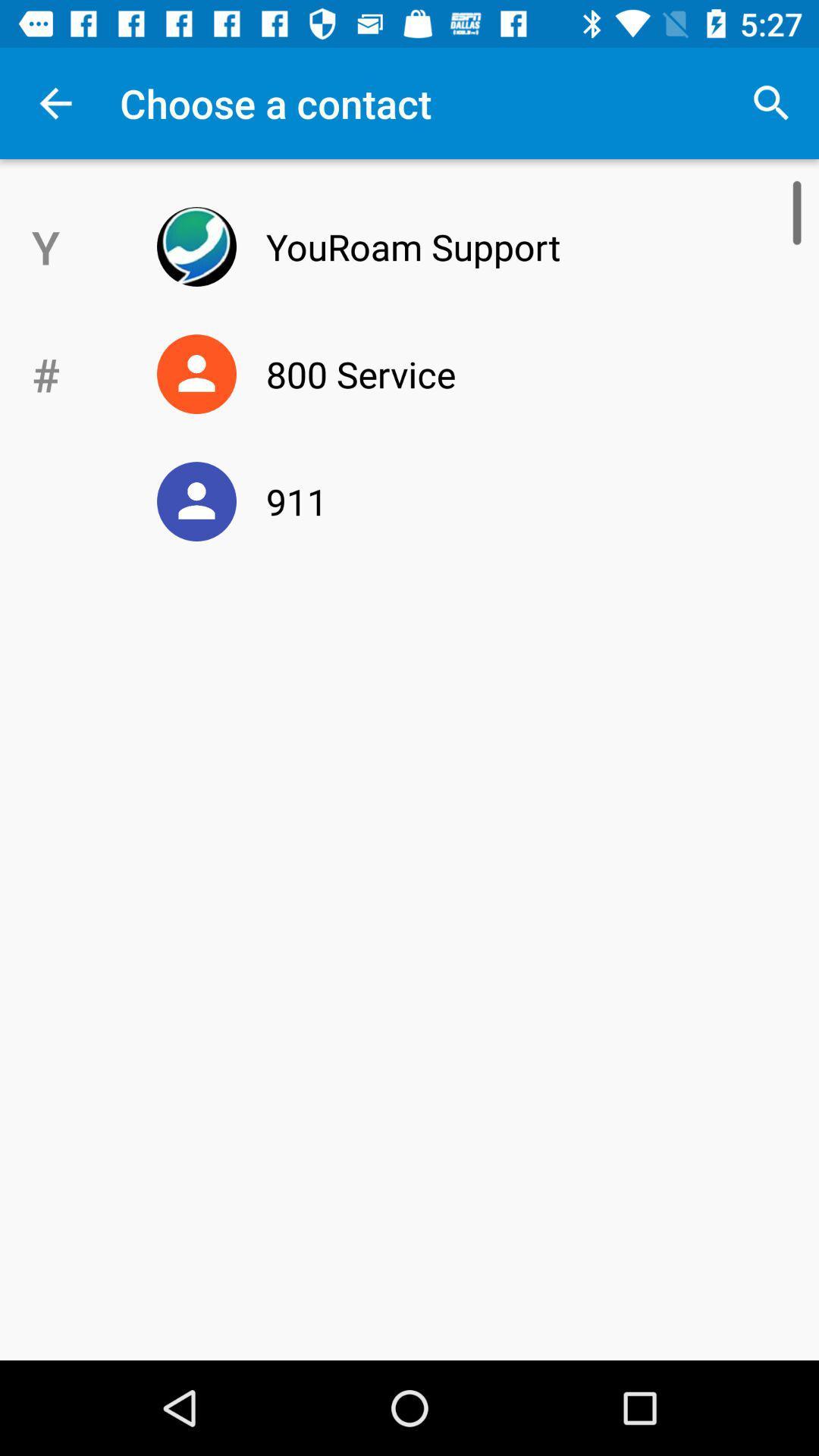 This screenshot has height=1456, width=819. I want to click on the item to the right of the choose a contact app, so click(771, 102).